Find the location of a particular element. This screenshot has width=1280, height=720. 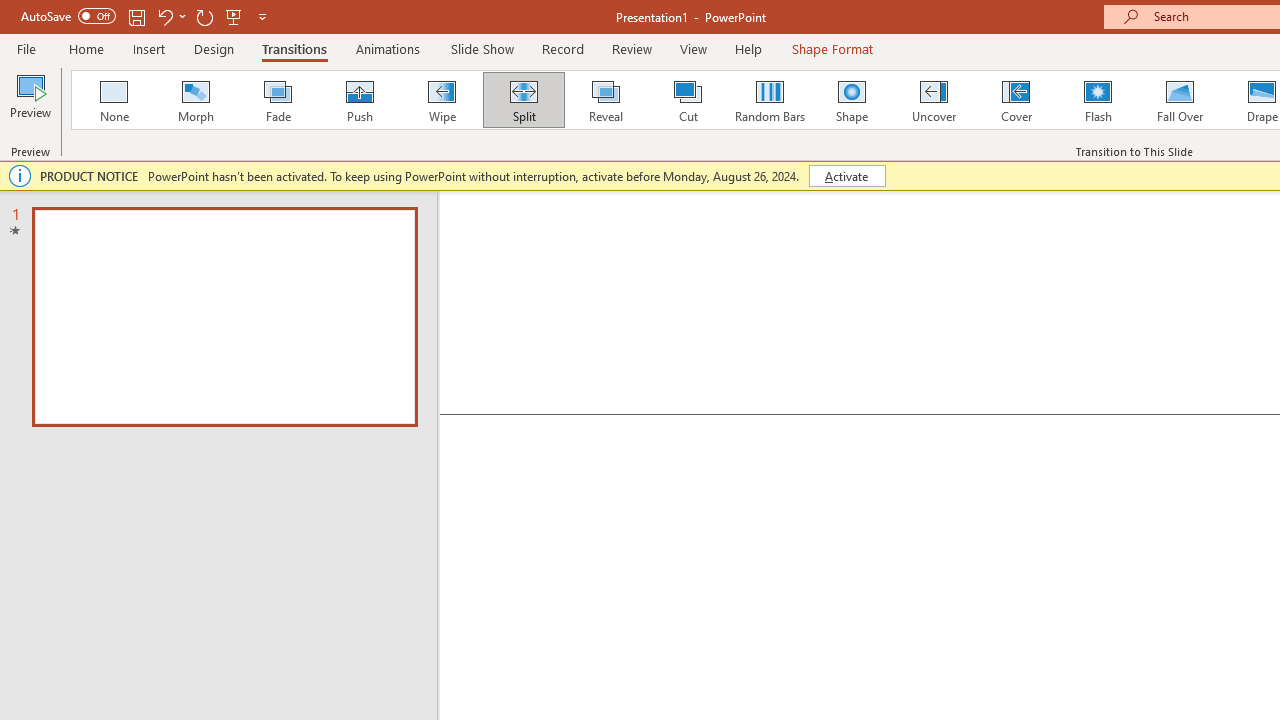

'Random Bars' is located at coordinates (769, 100).